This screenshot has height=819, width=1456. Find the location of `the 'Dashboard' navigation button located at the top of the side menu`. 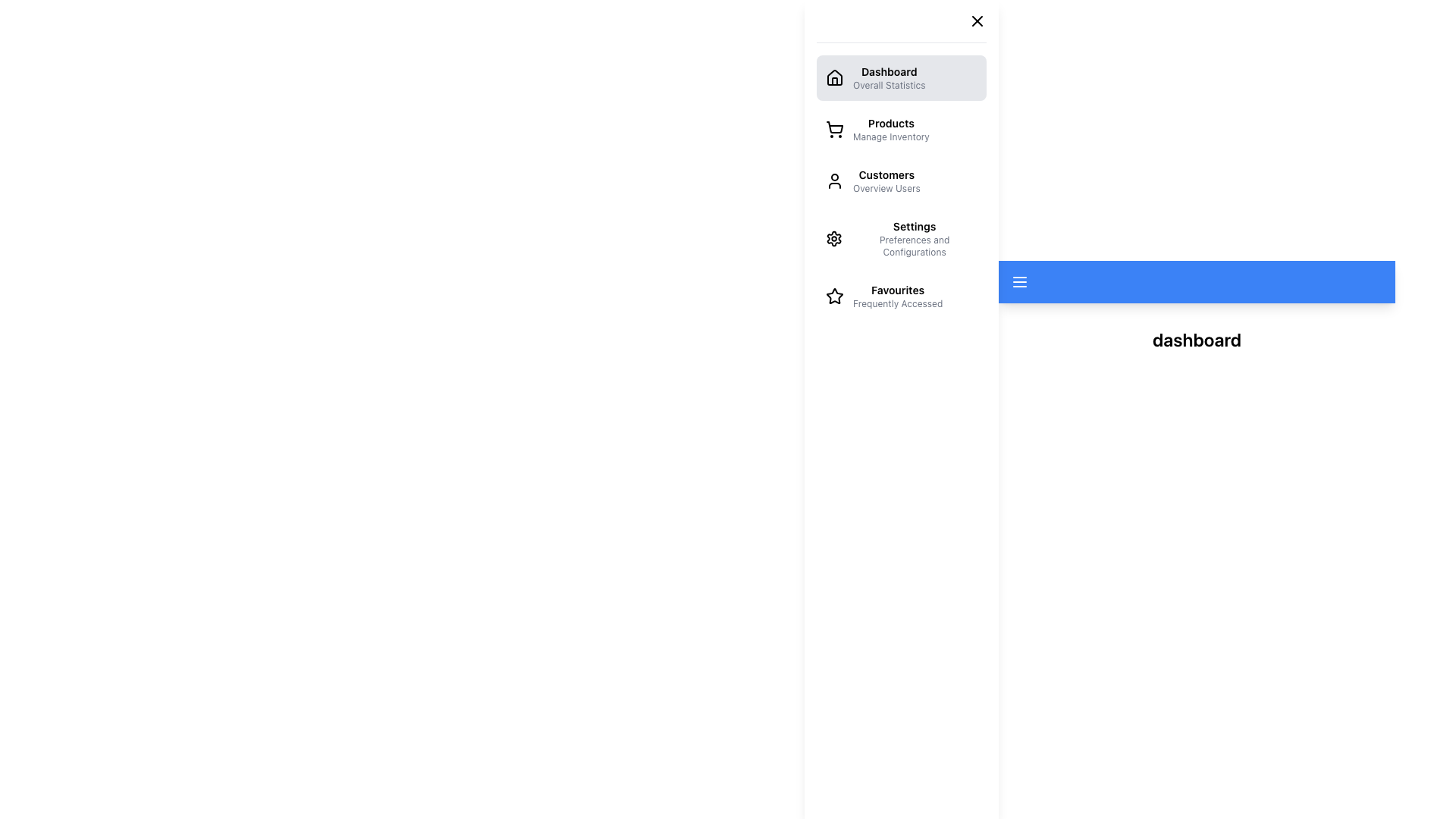

the 'Dashboard' navigation button located at the top of the side menu is located at coordinates (902, 78).